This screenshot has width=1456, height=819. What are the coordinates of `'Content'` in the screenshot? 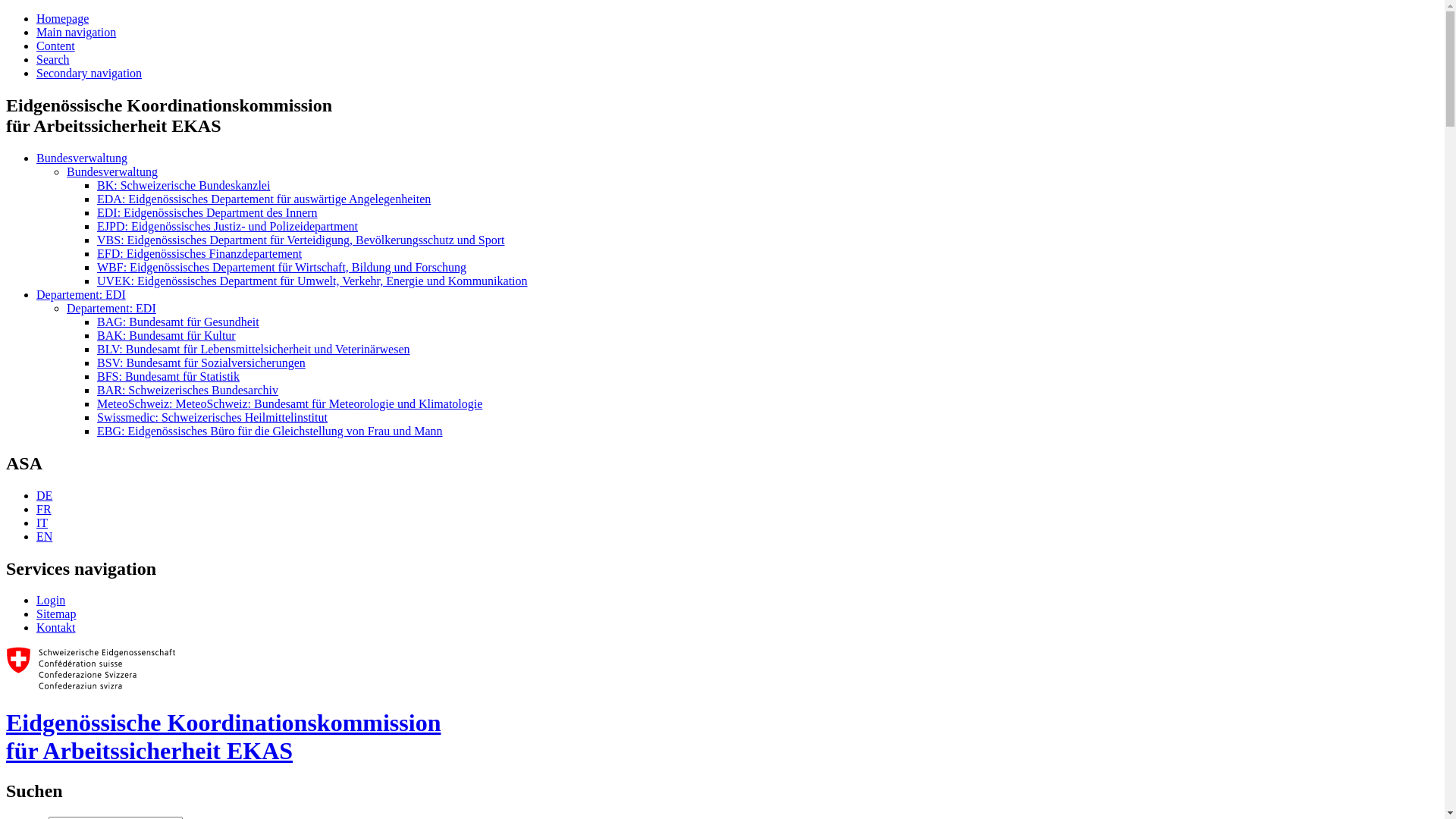 It's located at (55, 45).